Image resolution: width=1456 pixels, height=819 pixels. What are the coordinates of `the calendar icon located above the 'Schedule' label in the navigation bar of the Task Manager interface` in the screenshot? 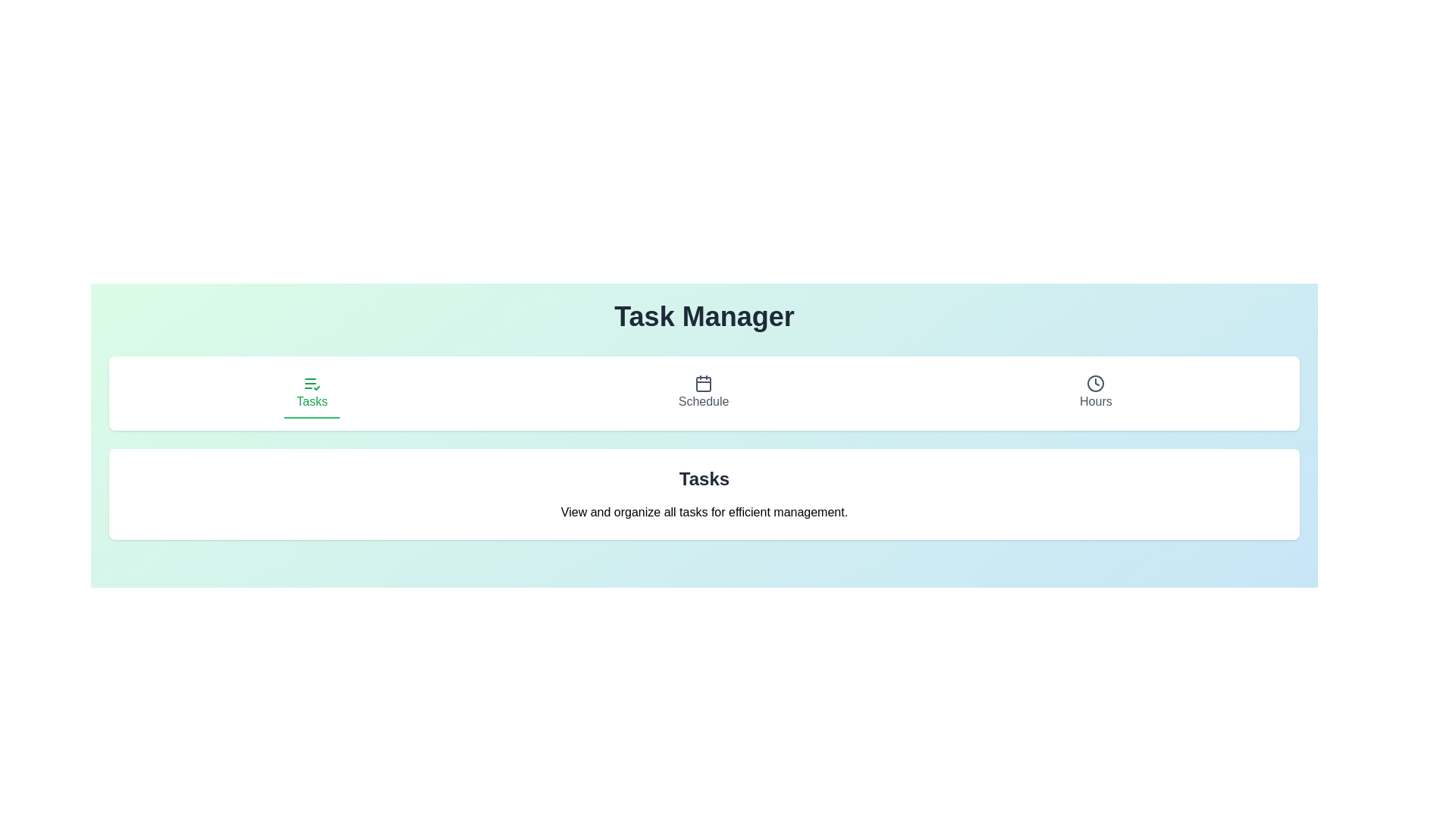 It's located at (703, 382).